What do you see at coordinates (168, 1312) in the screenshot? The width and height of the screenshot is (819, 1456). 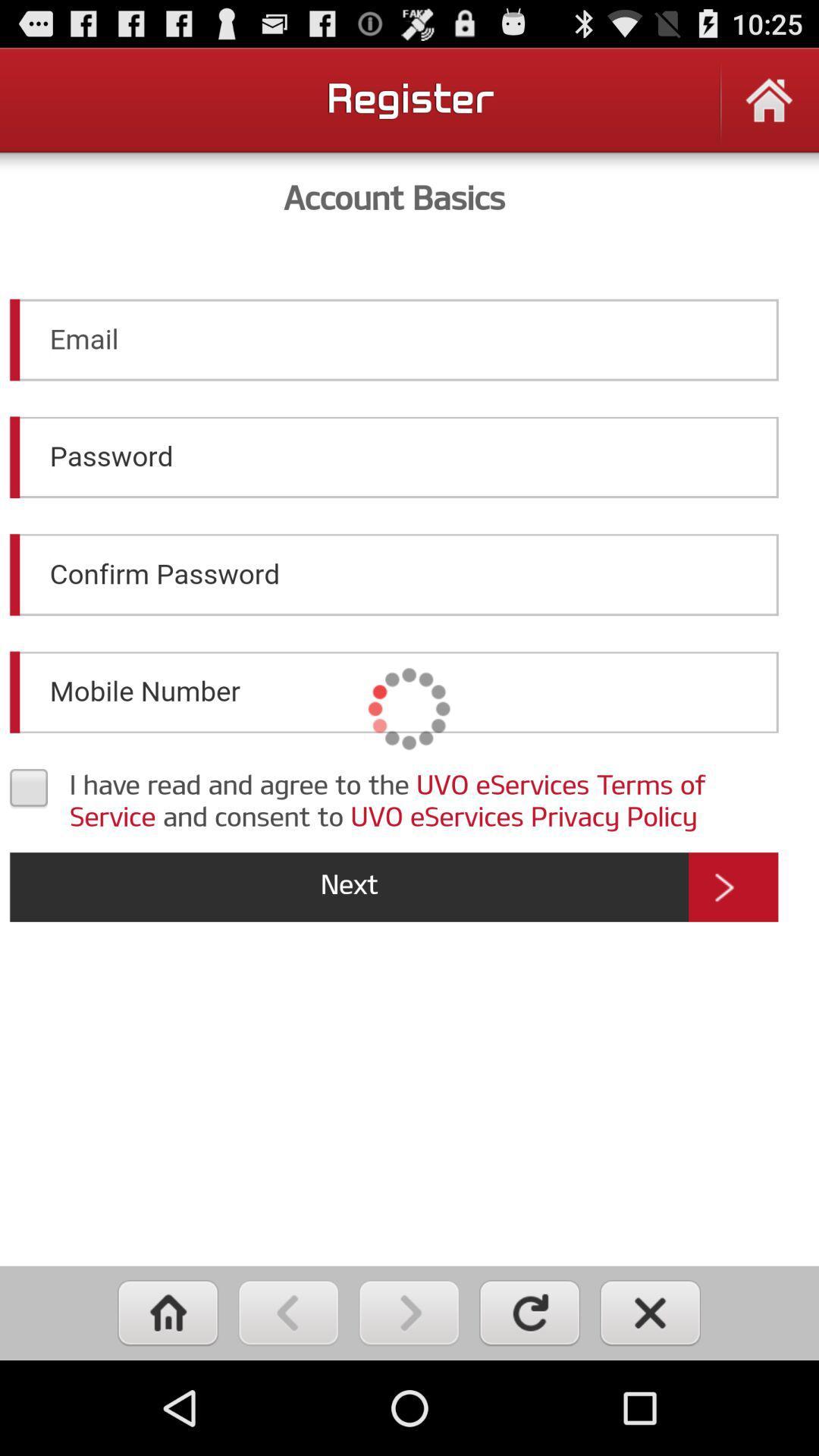 I see `main menu option` at bounding box center [168, 1312].